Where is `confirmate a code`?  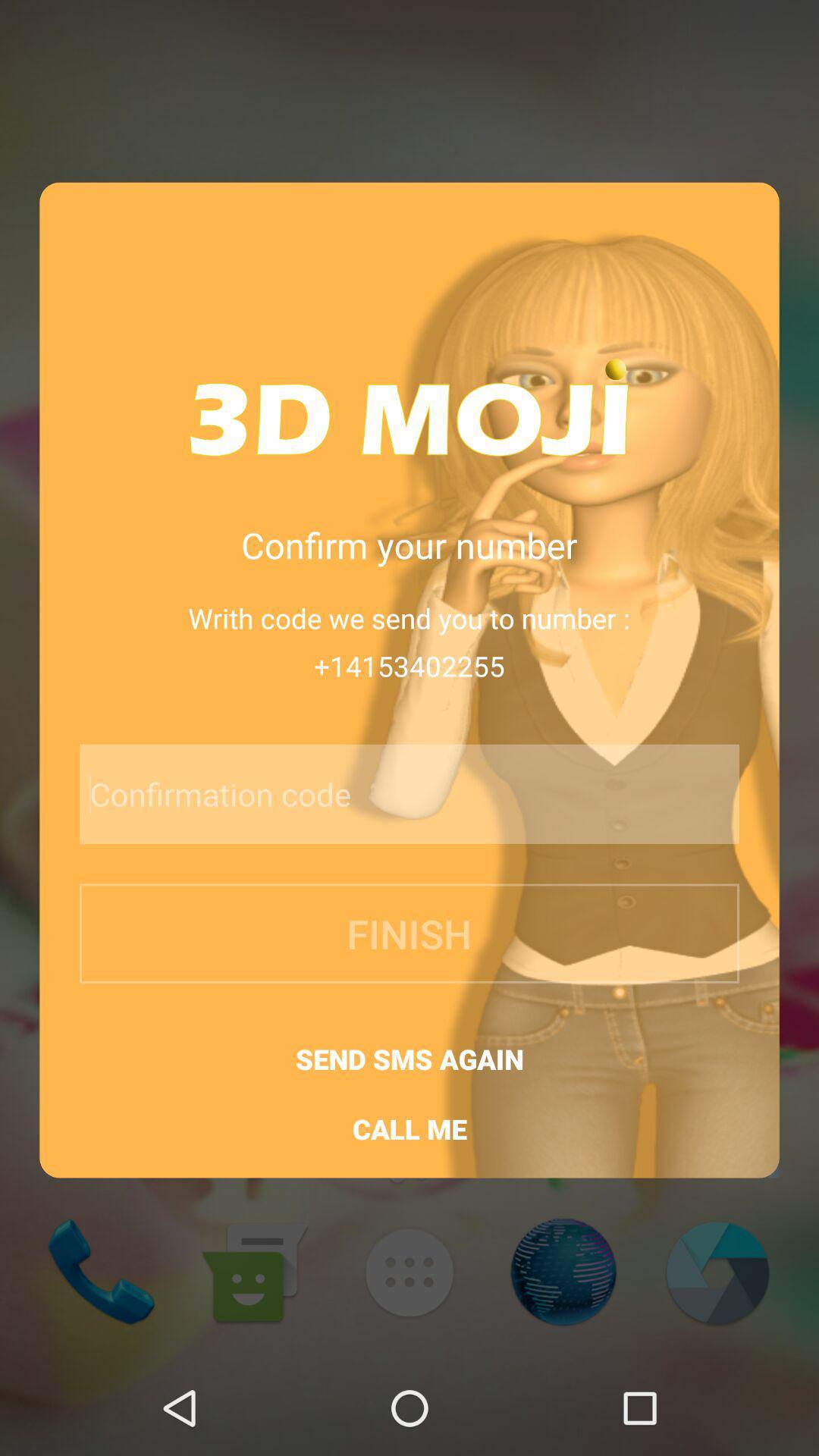
confirmate a code is located at coordinates (369, 793).